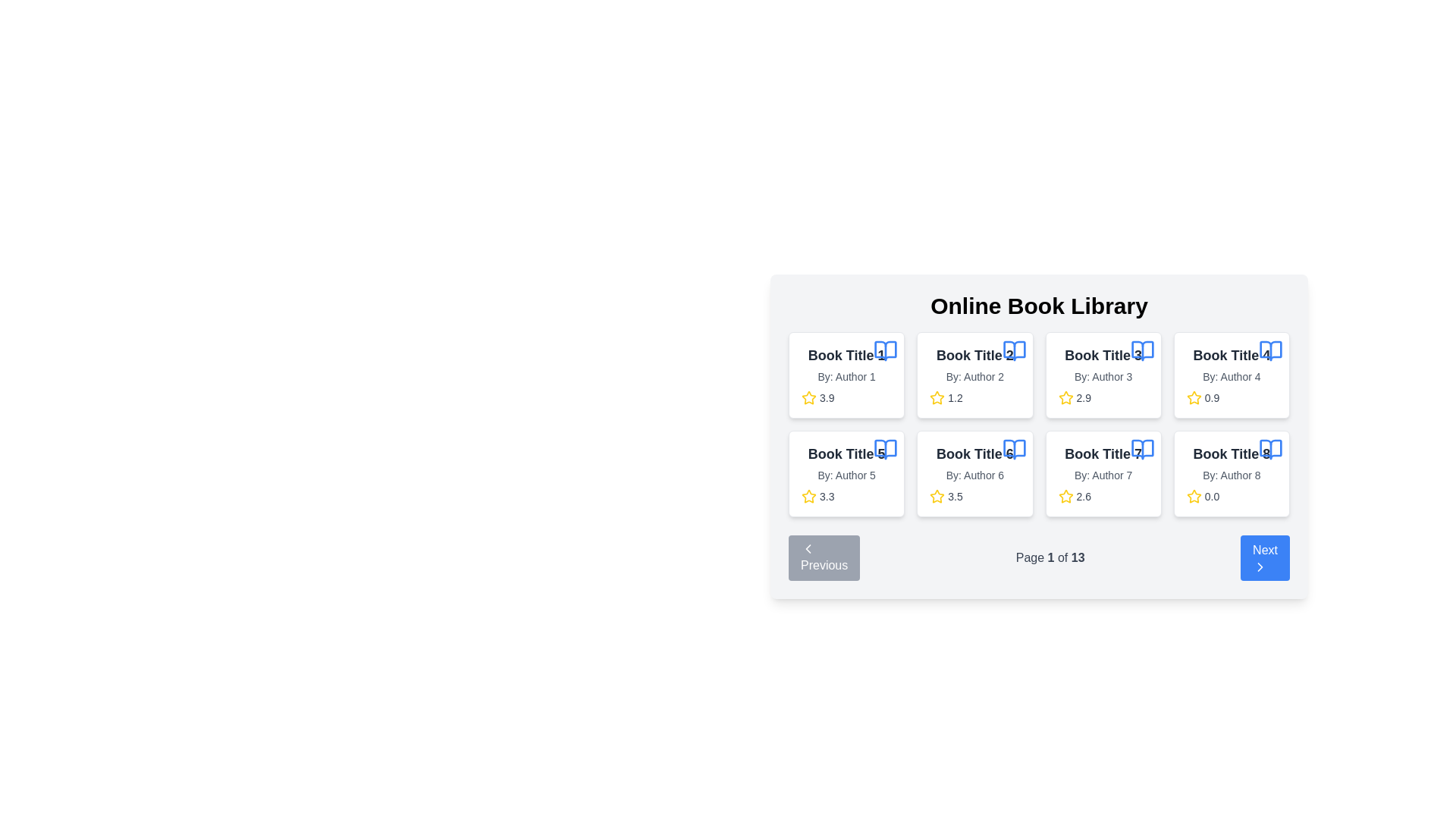  What do you see at coordinates (1065, 397) in the screenshot?
I see `the visual rating indicator icon located in the third card of the grid of books, specifically in the second row, first column, below the title and author information` at bounding box center [1065, 397].